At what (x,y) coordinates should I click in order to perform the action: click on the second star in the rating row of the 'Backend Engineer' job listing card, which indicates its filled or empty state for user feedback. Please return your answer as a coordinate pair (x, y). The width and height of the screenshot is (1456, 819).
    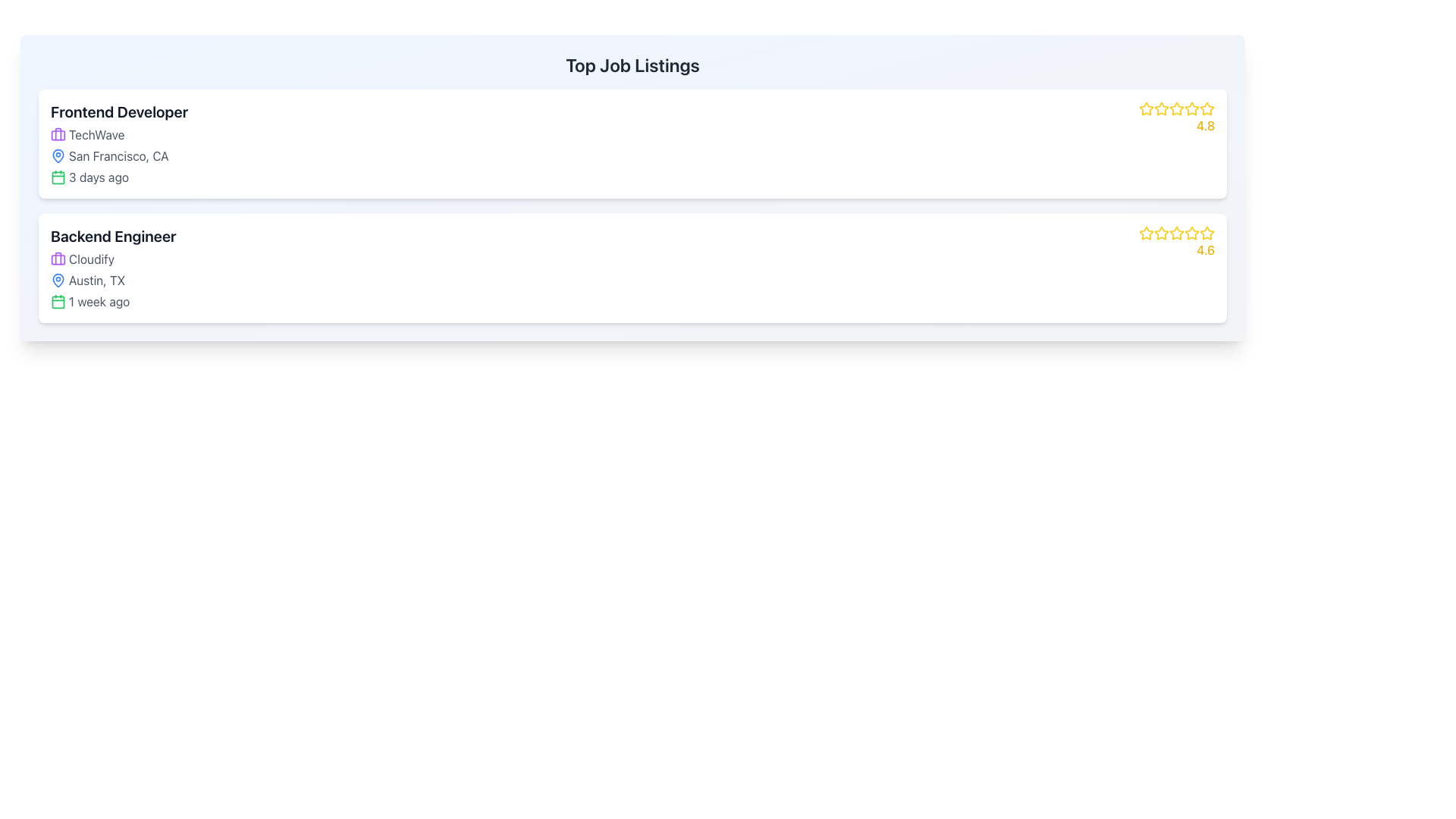
    Looking at the image, I should click on (1191, 233).